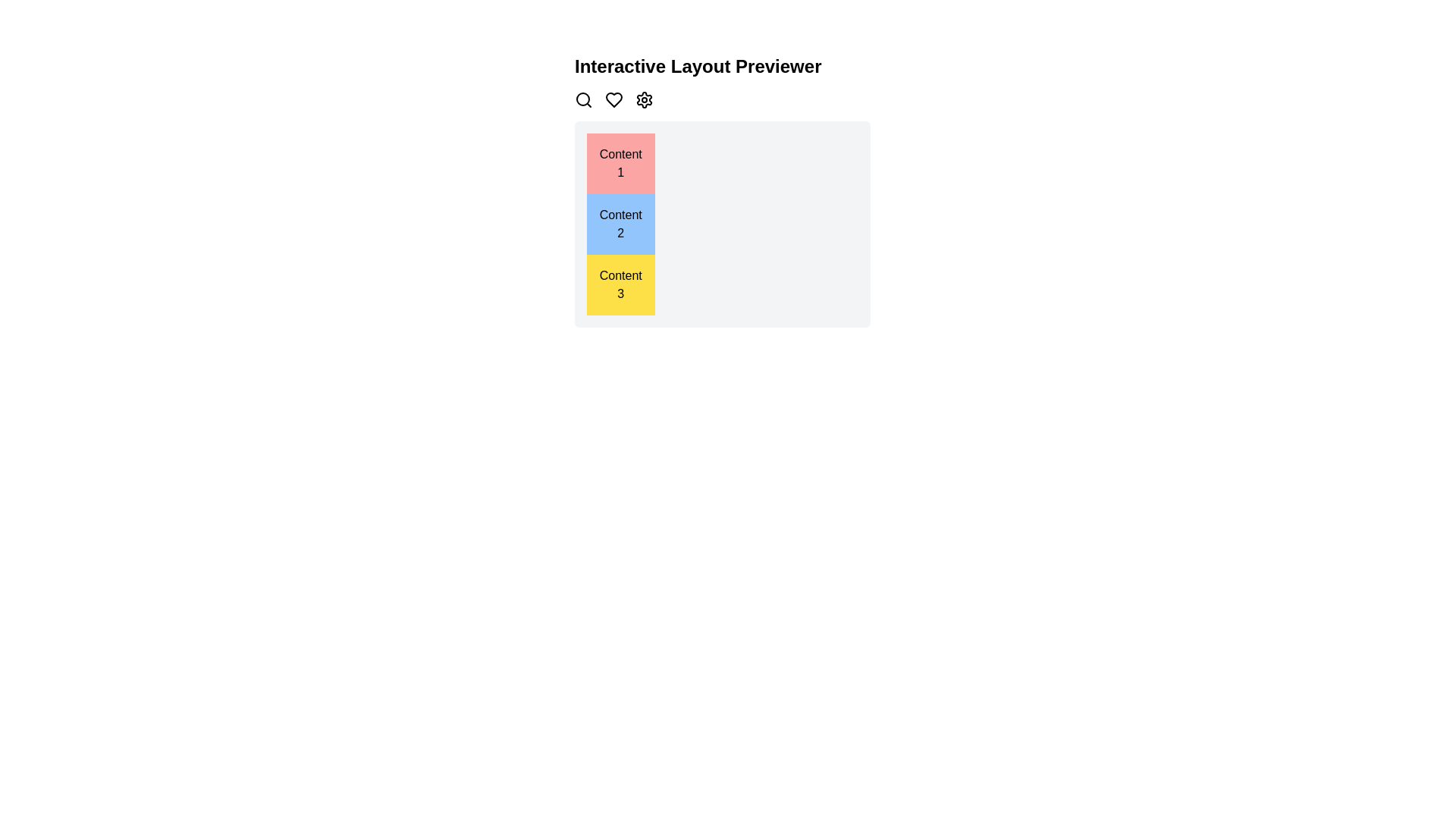 The height and width of the screenshot is (819, 1456). Describe the element at coordinates (644, 99) in the screenshot. I see `the gear icon in the horizontal toolbar, which is the fourth icon from the left` at that location.